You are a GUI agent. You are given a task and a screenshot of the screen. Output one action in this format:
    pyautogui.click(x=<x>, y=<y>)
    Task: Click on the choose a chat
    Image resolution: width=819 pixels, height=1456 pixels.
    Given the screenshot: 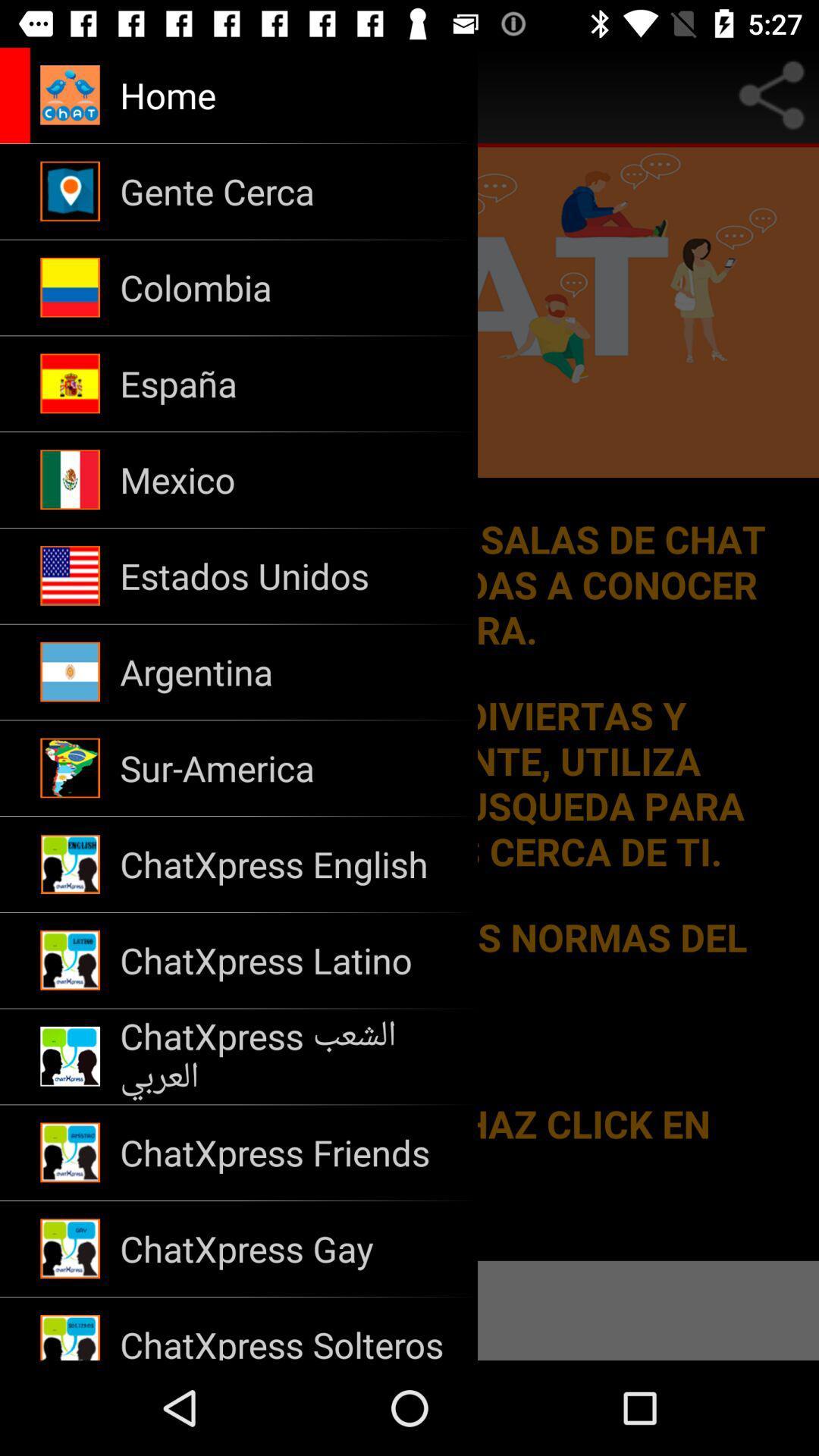 What is the action you would take?
    pyautogui.click(x=409, y=703)
    